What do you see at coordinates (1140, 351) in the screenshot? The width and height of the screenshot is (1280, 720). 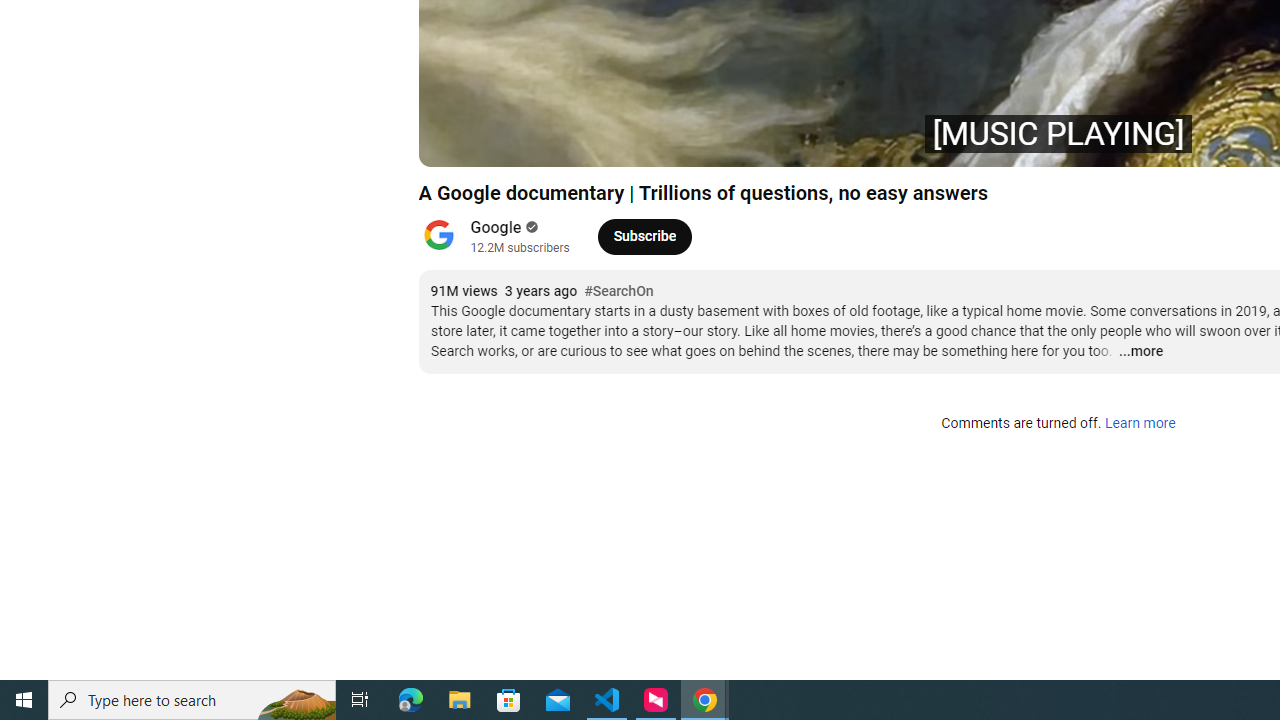 I see `'...more'` at bounding box center [1140, 351].